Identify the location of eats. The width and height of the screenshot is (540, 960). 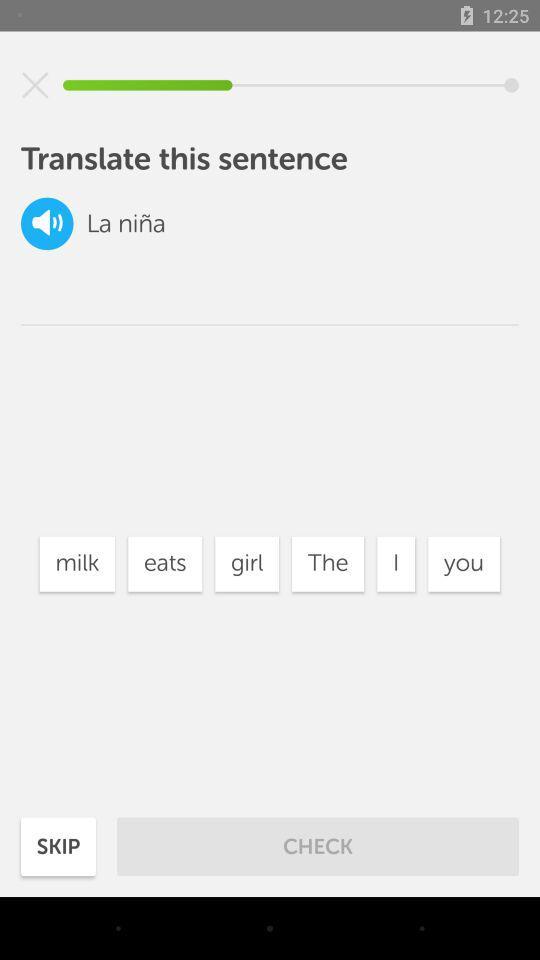
(164, 564).